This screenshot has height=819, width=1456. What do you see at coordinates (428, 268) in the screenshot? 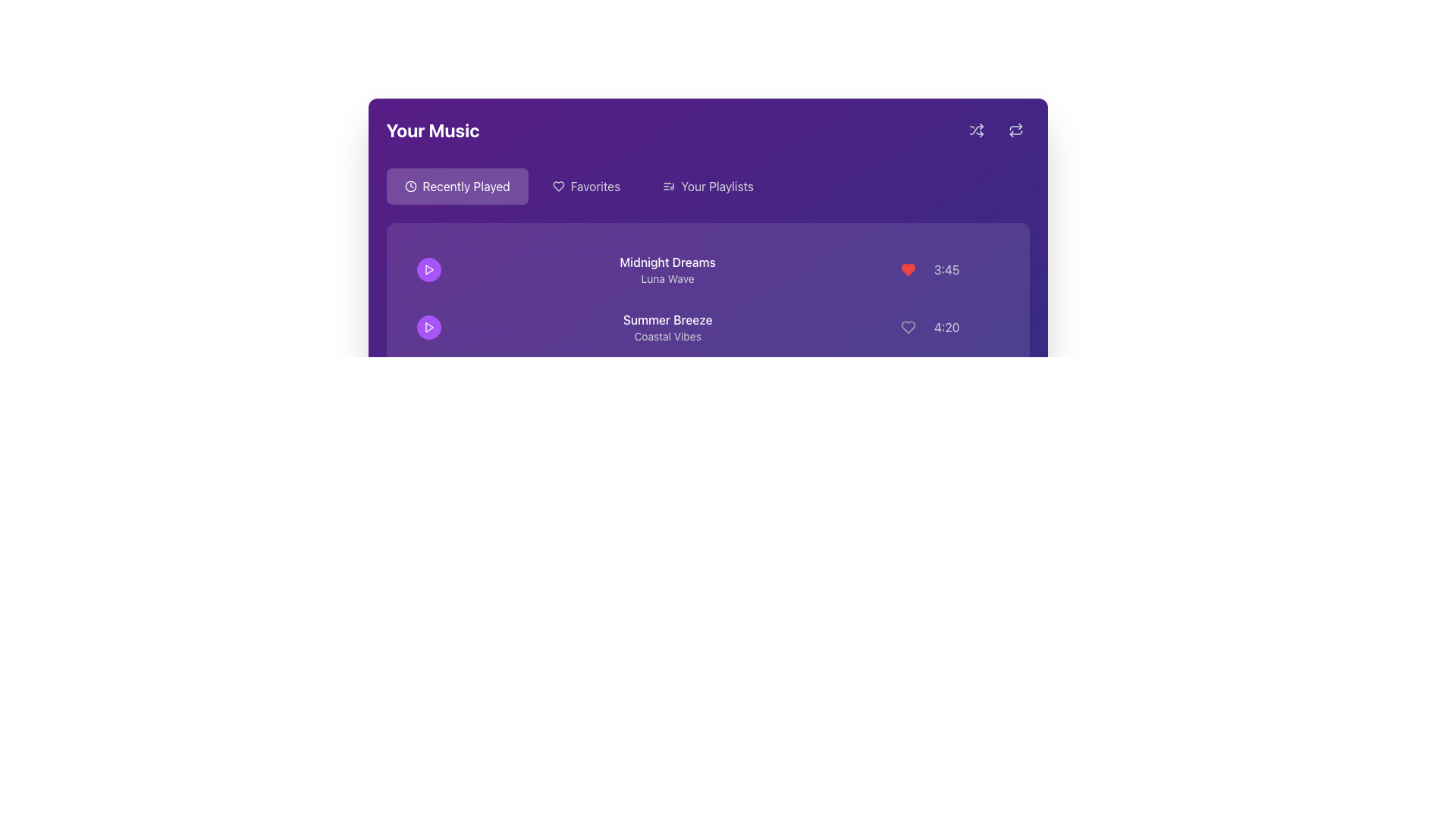
I see `the circular purple button with a white triangular play icon, located at the top of the song list for the 'Midnight Dreams' song, to initiate the play function` at bounding box center [428, 268].